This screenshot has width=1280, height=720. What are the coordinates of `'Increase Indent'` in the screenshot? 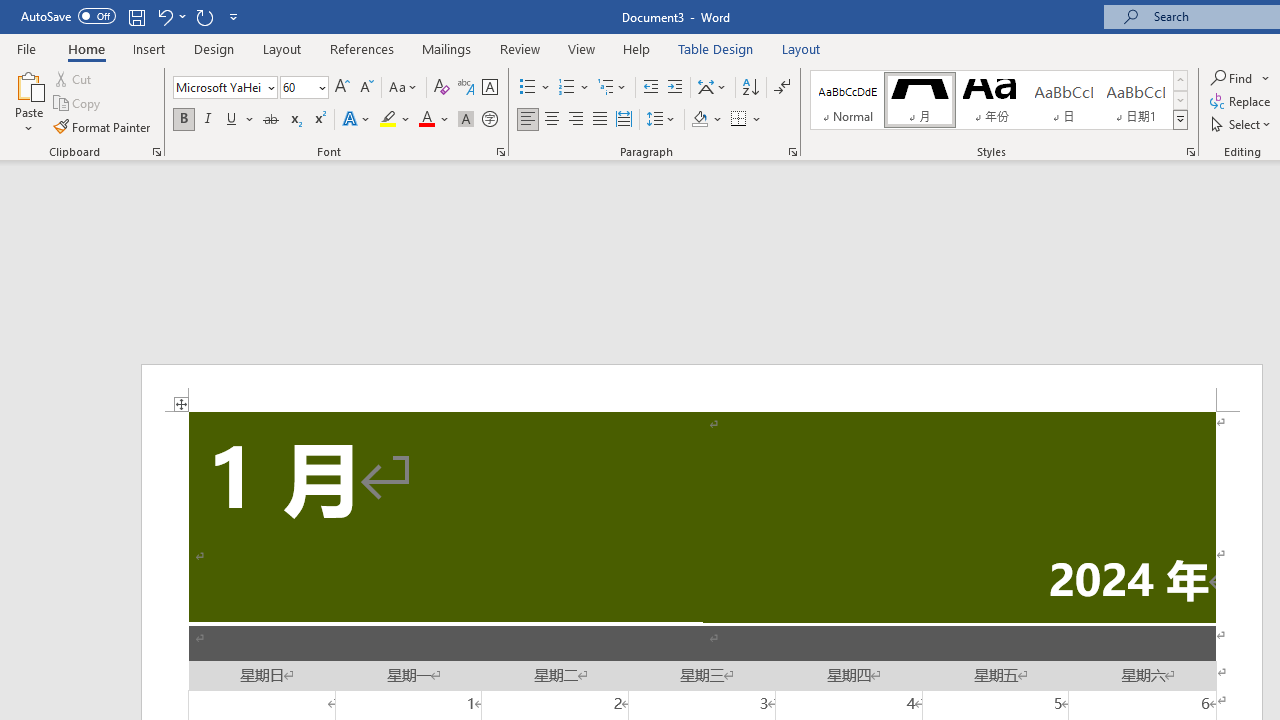 It's located at (675, 86).